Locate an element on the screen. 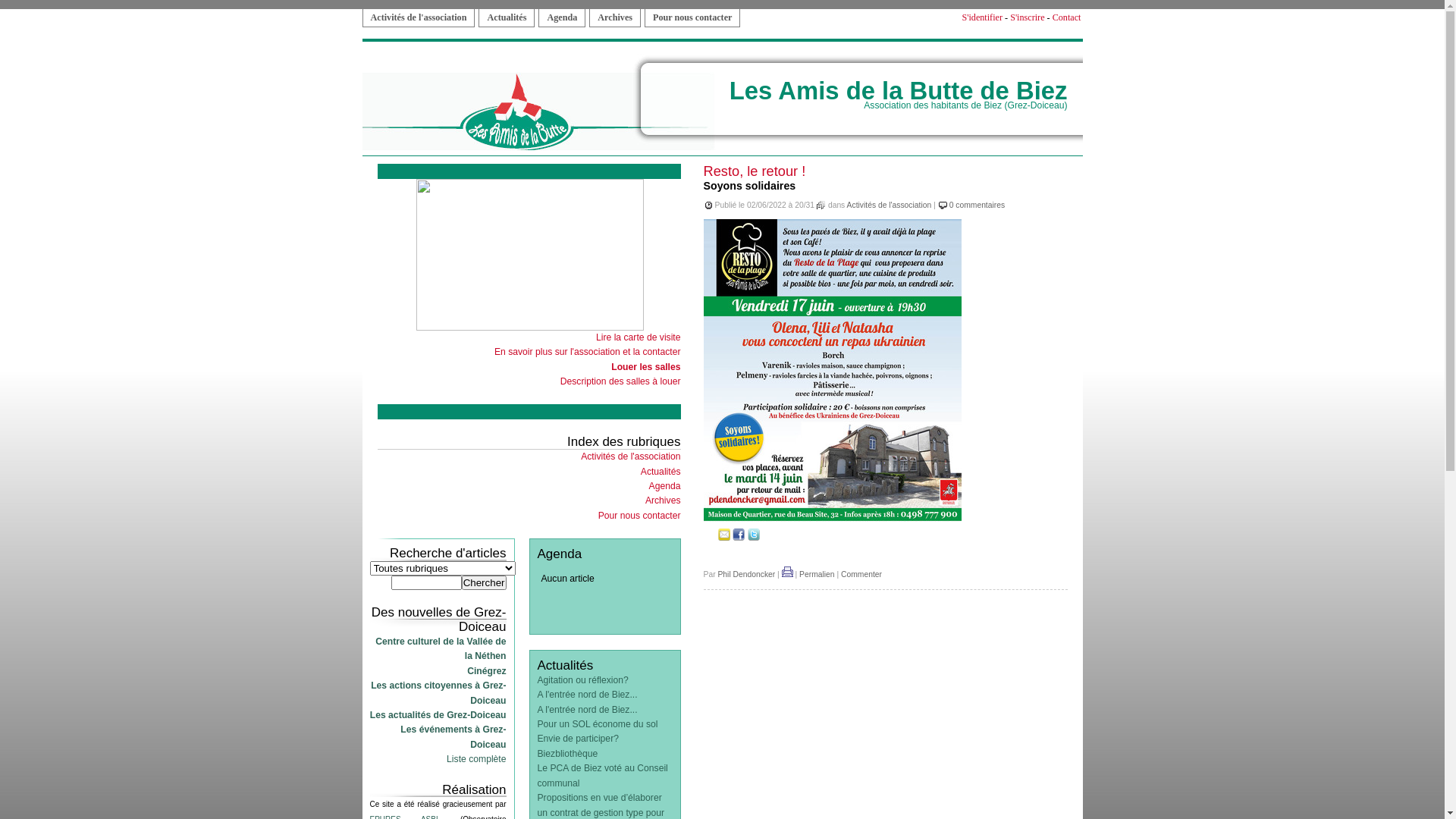 The width and height of the screenshot is (1456, 819). 'S'identifier' is located at coordinates (982, 17).